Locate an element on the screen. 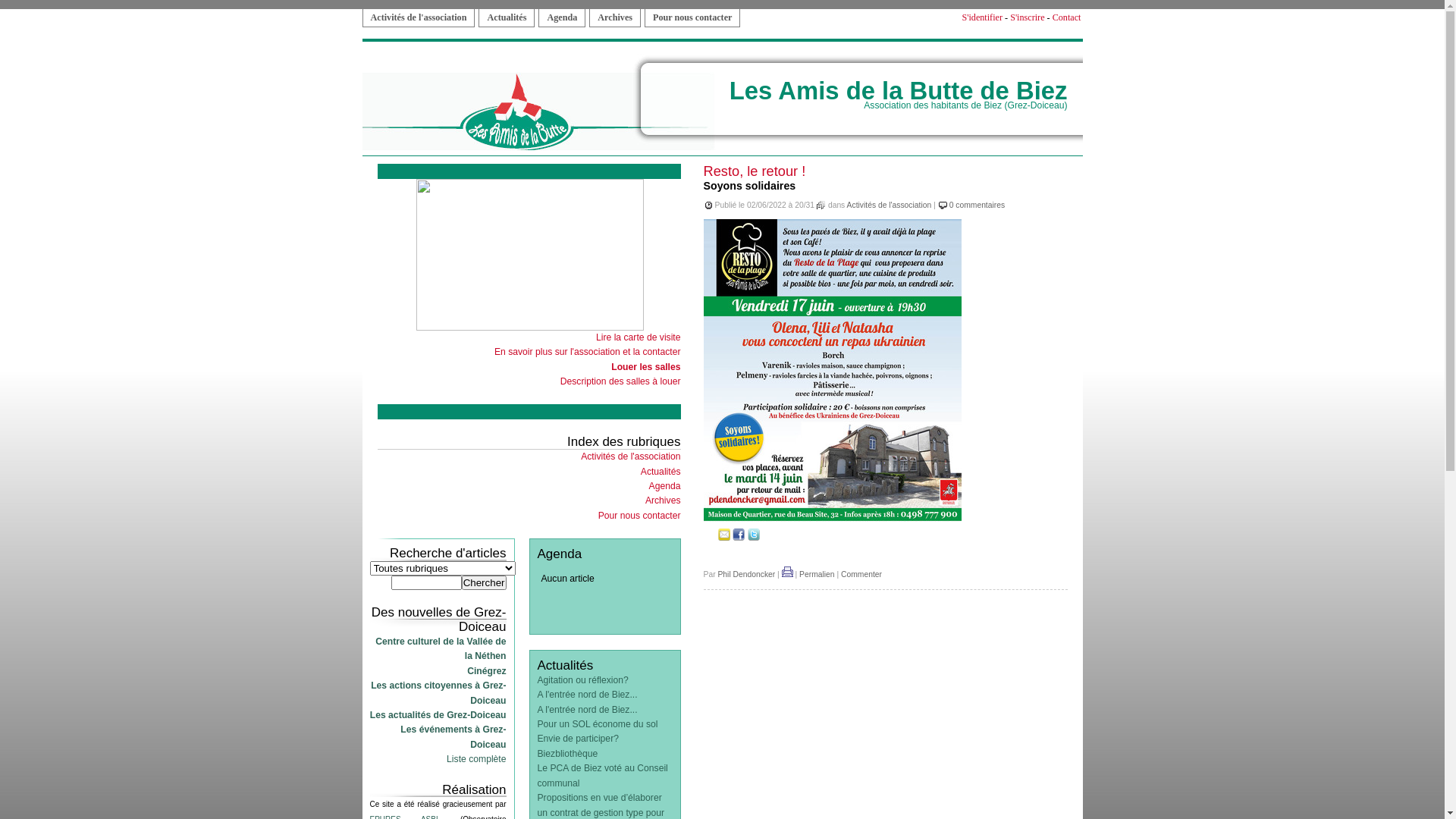 The width and height of the screenshot is (1456, 819). 'S'identifier' is located at coordinates (982, 17).